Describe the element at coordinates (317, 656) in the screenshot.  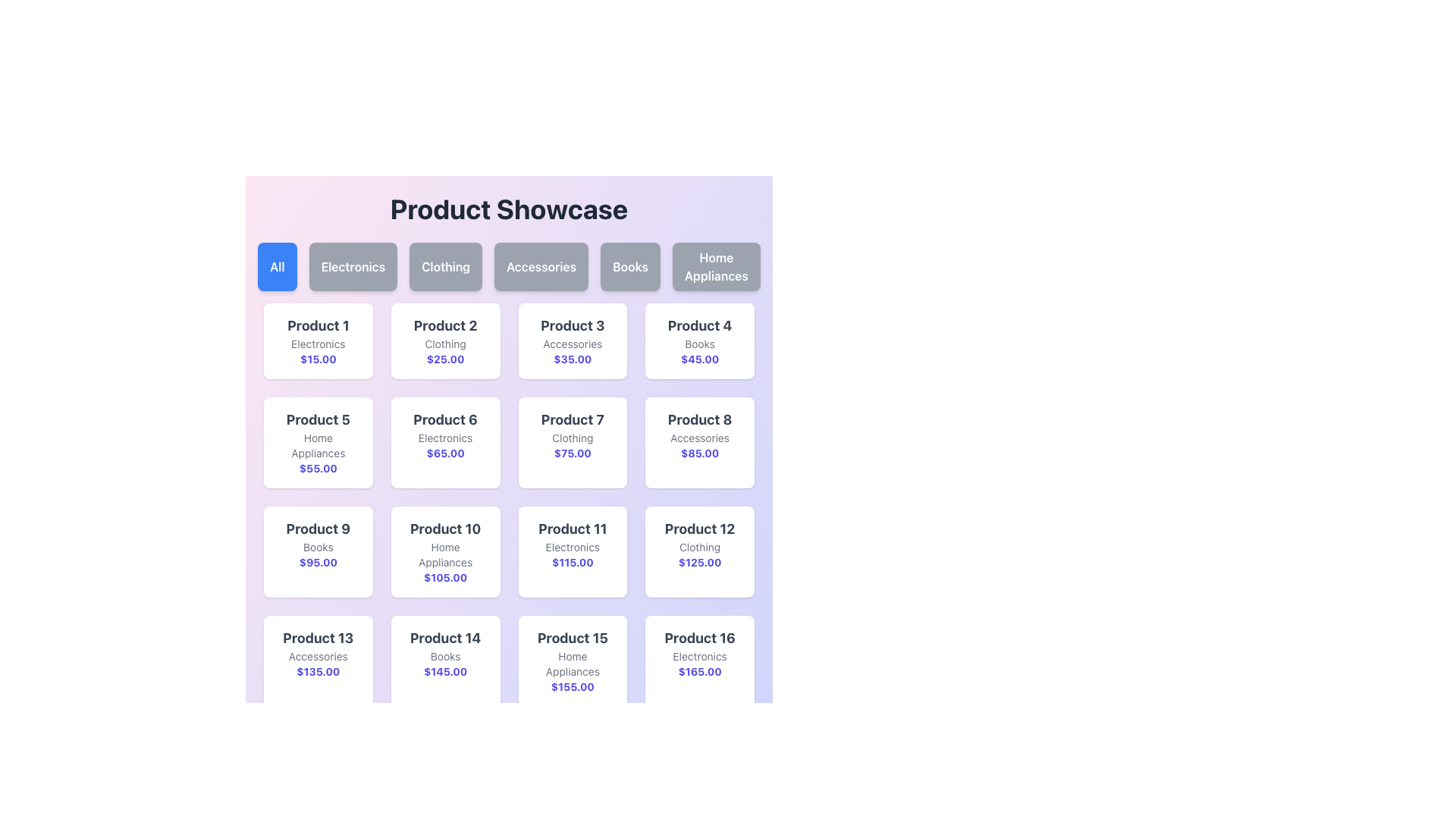
I see `the static text label that describes the product category for 'Product 13', which is located below the product name and above the price section` at that location.